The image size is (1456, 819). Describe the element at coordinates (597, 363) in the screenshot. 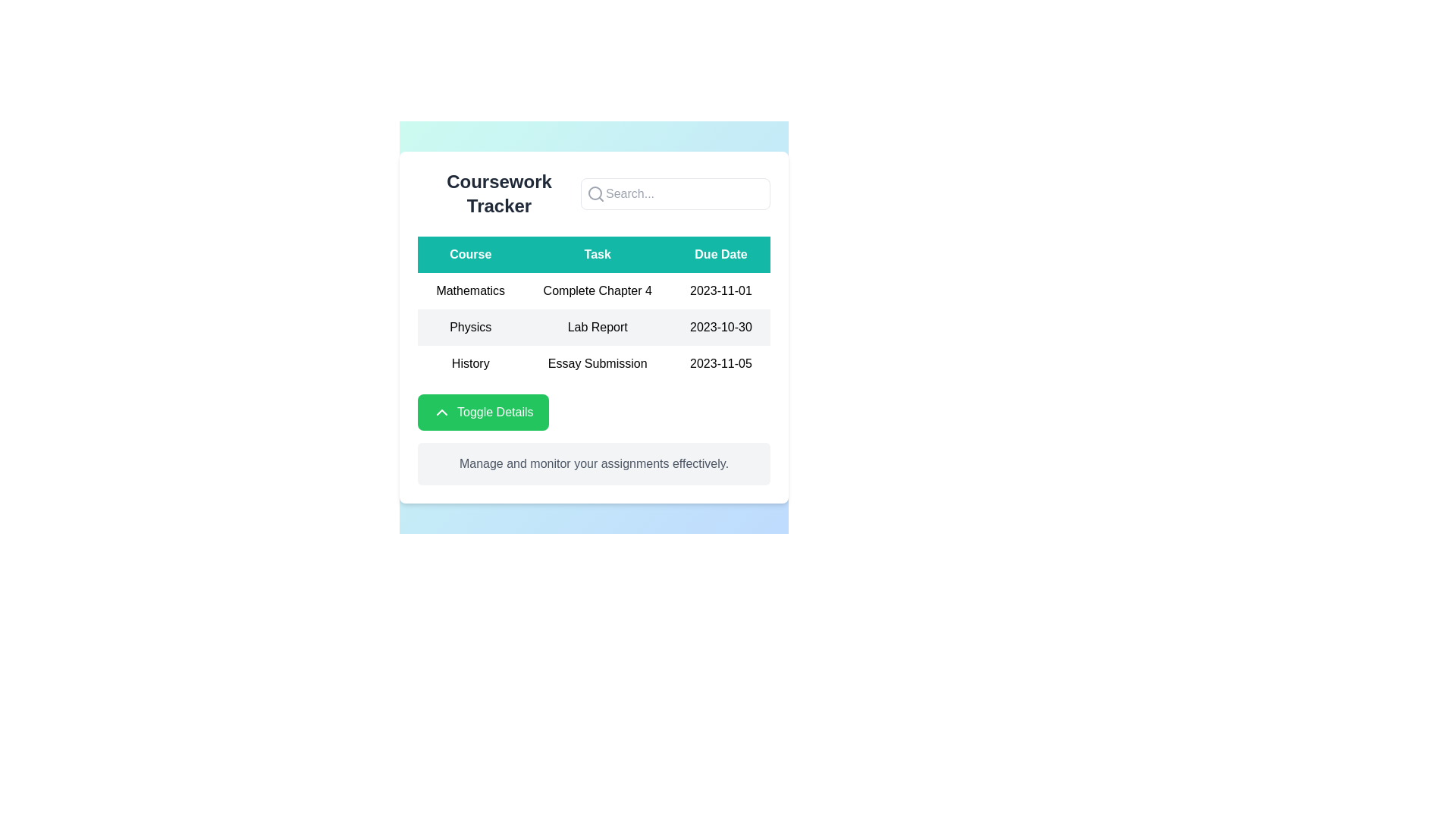

I see `the text label 'Essay Submission' located in the second column under the 'Task' header in the table layout` at that location.